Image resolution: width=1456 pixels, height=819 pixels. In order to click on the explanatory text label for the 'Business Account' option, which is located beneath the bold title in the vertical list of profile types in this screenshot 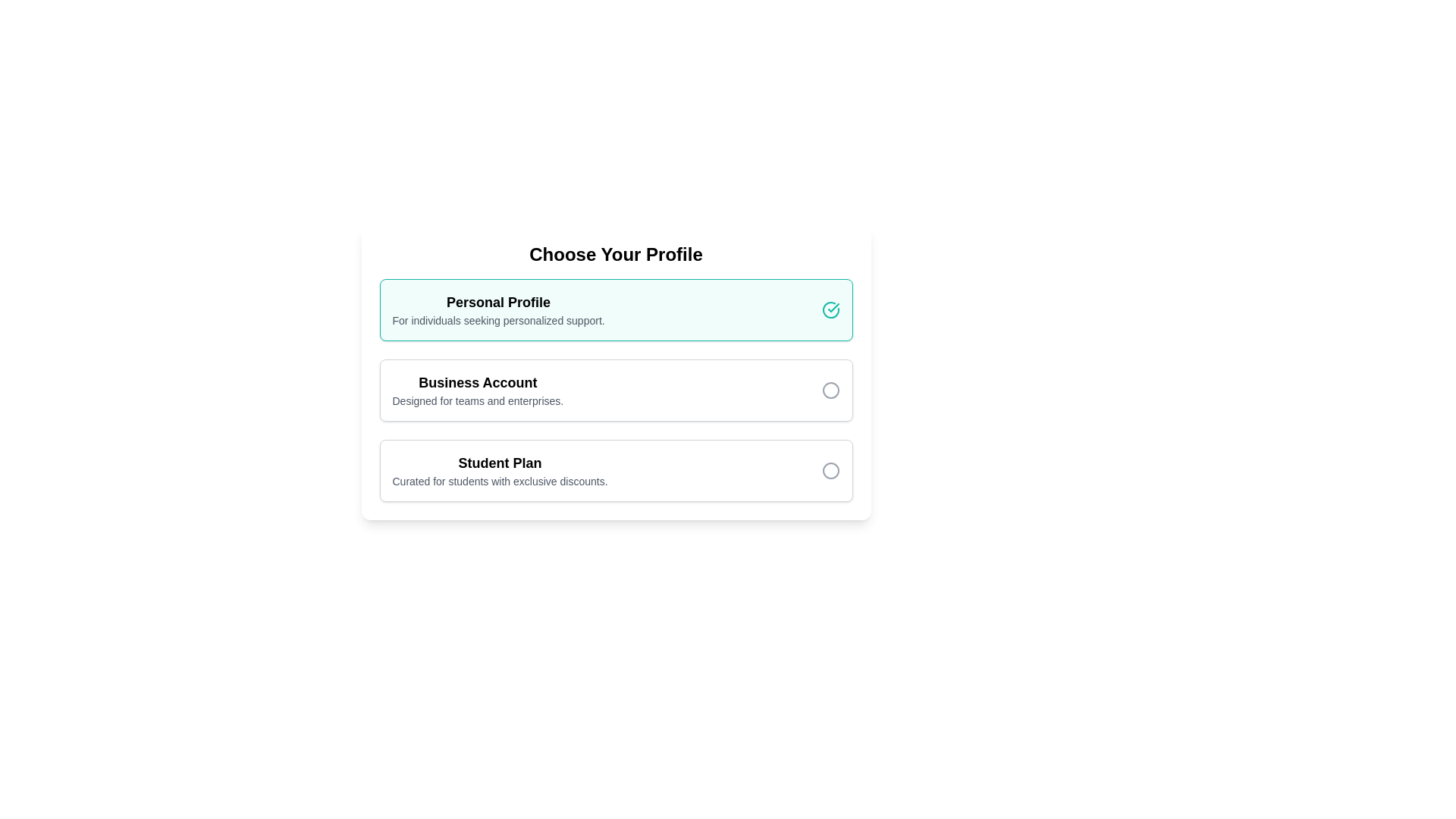, I will do `click(477, 400)`.